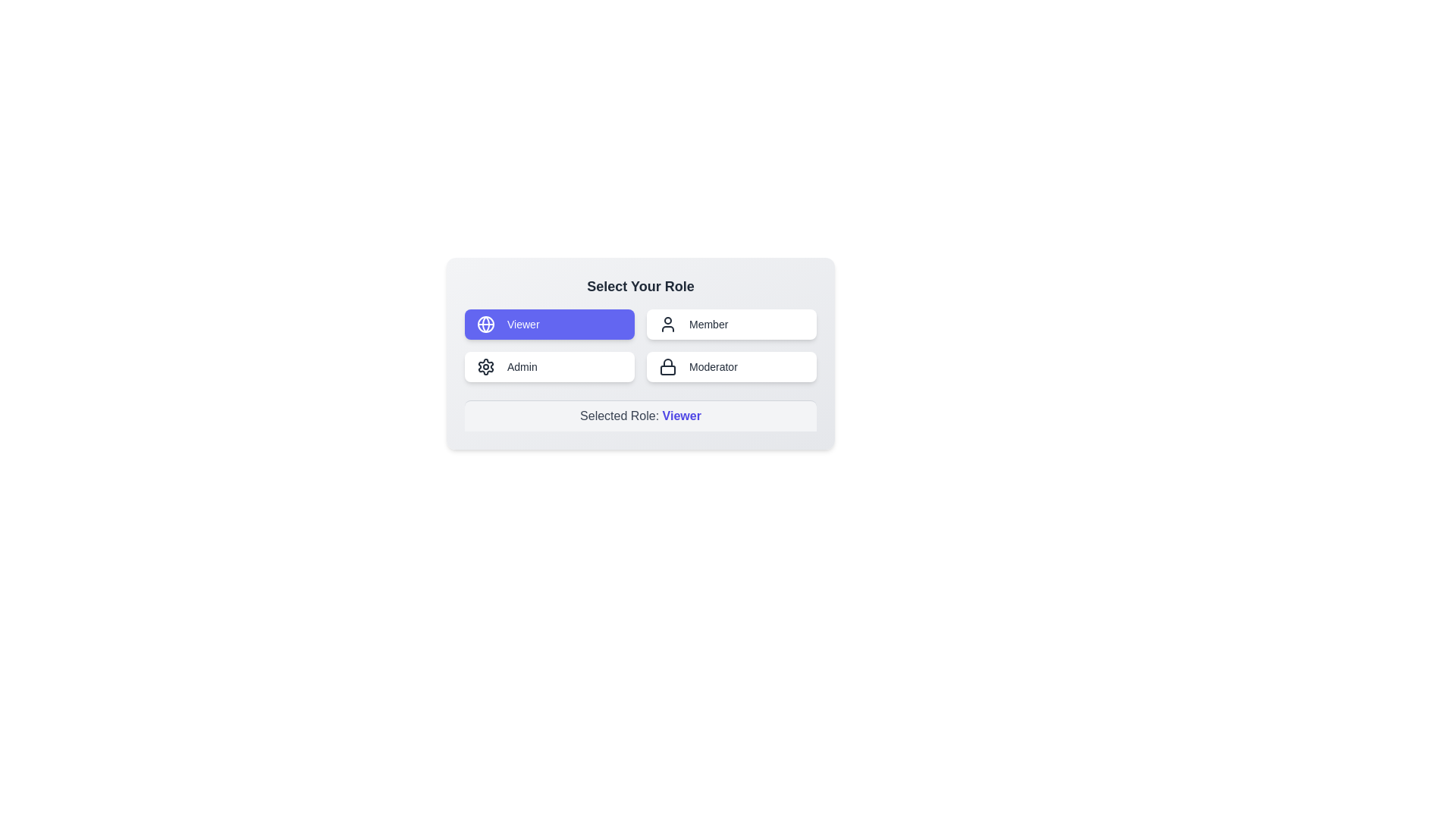 This screenshot has width=1456, height=819. Describe the element at coordinates (731, 324) in the screenshot. I see `the role button labeled Member` at that location.